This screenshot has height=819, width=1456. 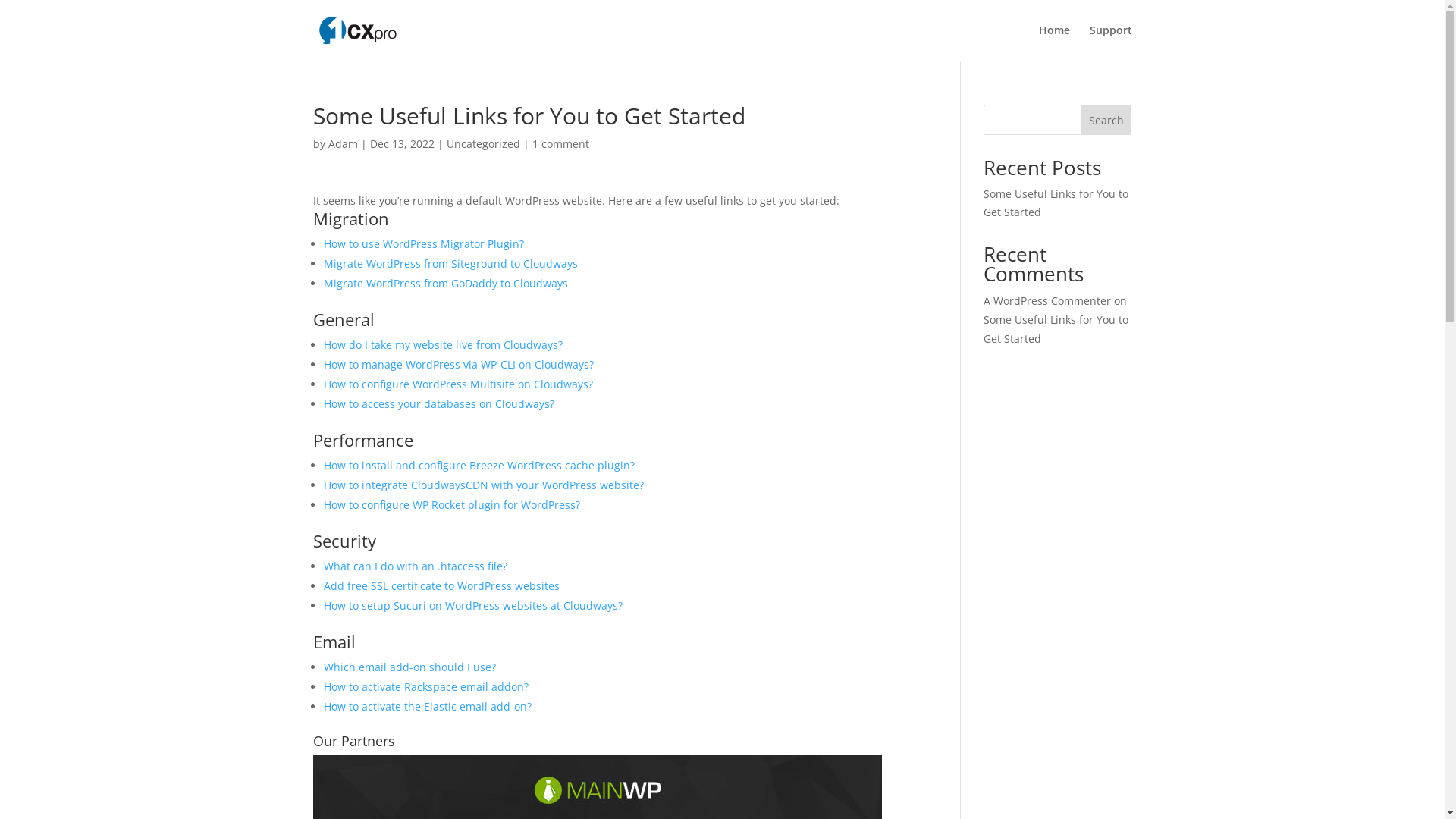 What do you see at coordinates (425, 706) in the screenshot?
I see `'How to activate the Elastic email add-on?'` at bounding box center [425, 706].